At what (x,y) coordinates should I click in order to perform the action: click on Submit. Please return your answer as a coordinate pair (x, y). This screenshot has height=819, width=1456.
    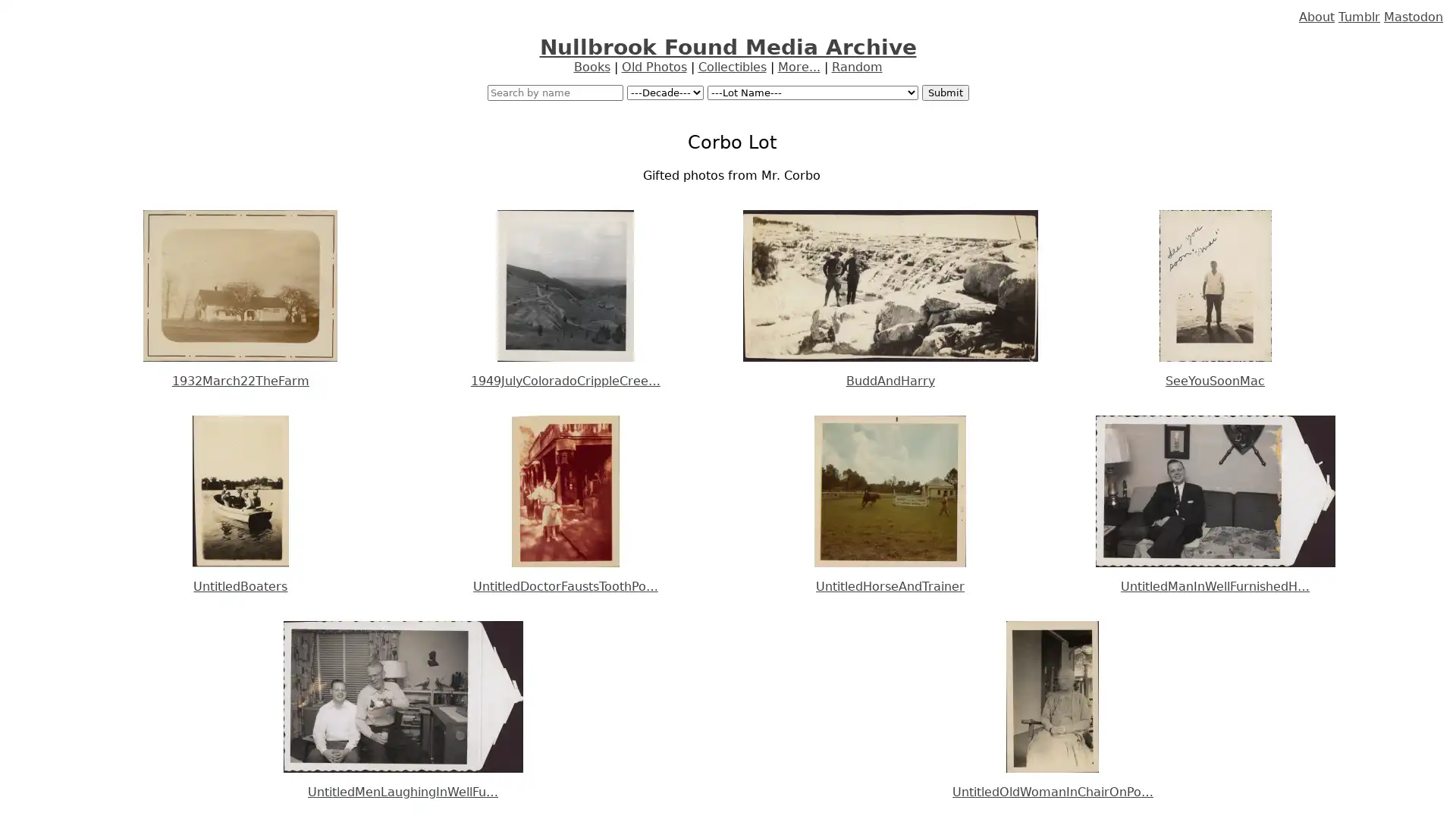
    Looking at the image, I should click on (944, 93).